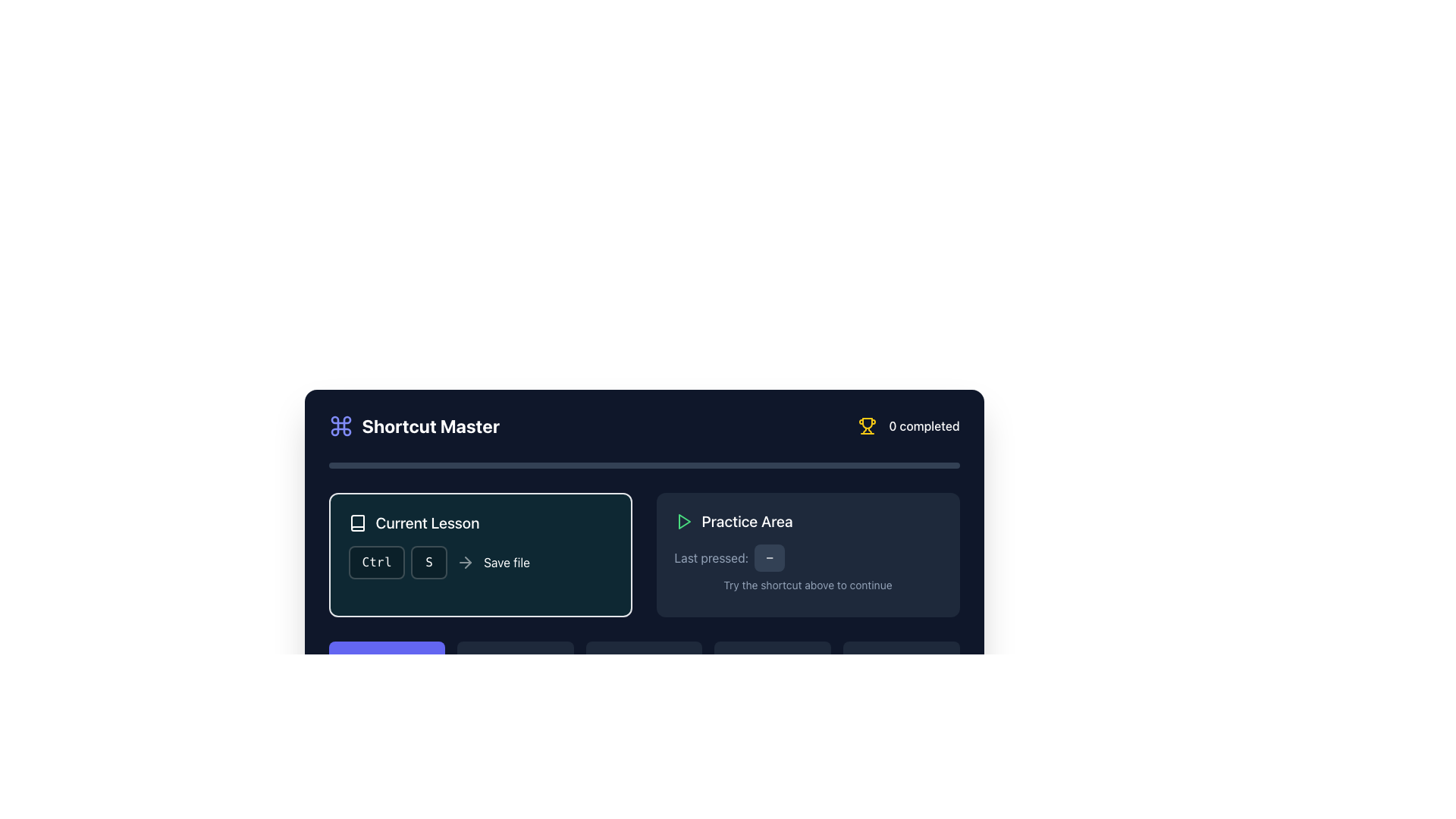 The width and height of the screenshot is (1456, 819). What do you see at coordinates (340, 426) in the screenshot?
I see `the command control features of the indigo cross-like SVG icon located near the 'Shortcut Master' heading by clicking on it` at bounding box center [340, 426].